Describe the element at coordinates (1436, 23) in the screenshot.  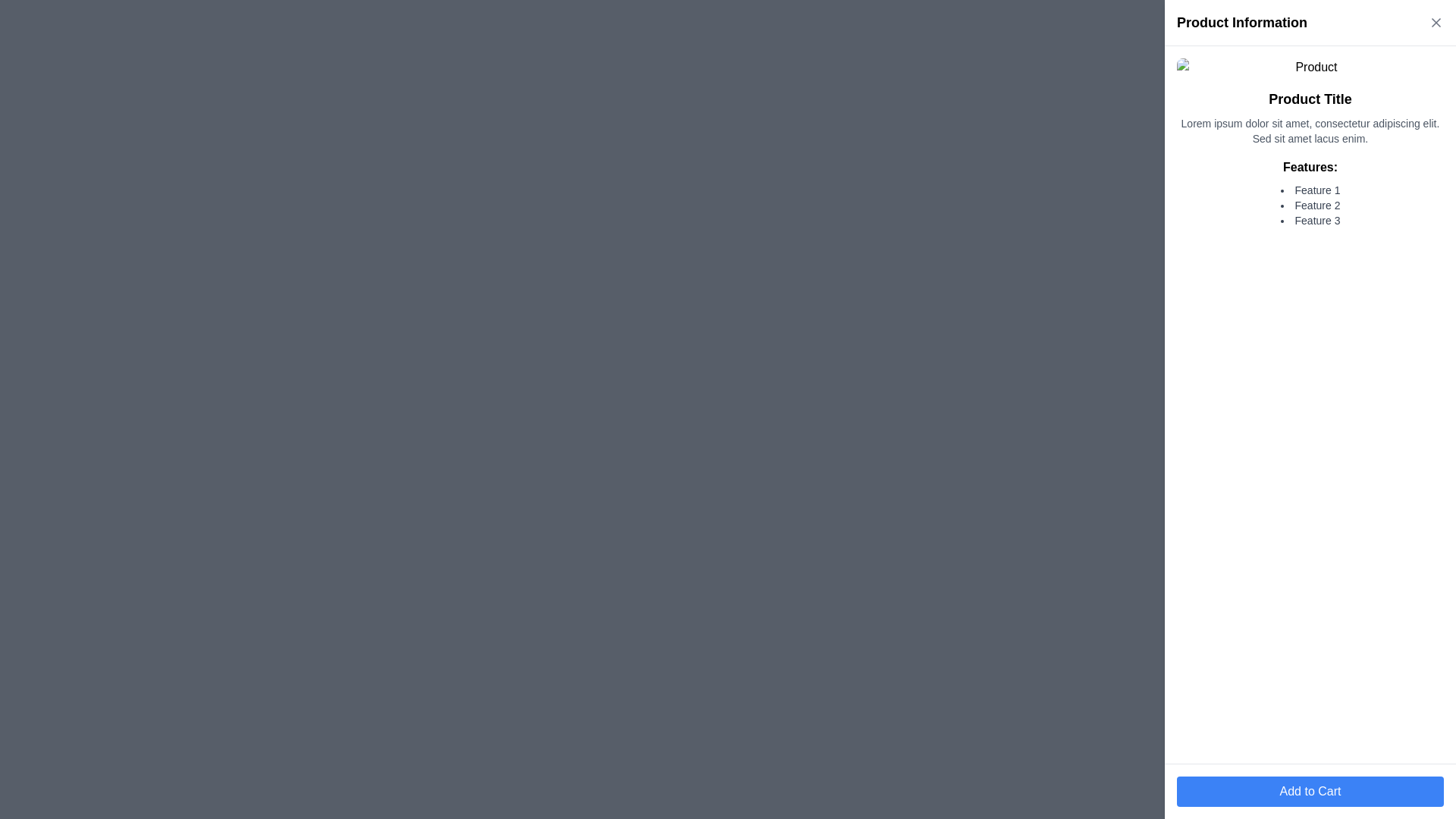
I see `the second 'X' icon in the SVG graphic located at the top-right corner of the Product Information section` at that location.